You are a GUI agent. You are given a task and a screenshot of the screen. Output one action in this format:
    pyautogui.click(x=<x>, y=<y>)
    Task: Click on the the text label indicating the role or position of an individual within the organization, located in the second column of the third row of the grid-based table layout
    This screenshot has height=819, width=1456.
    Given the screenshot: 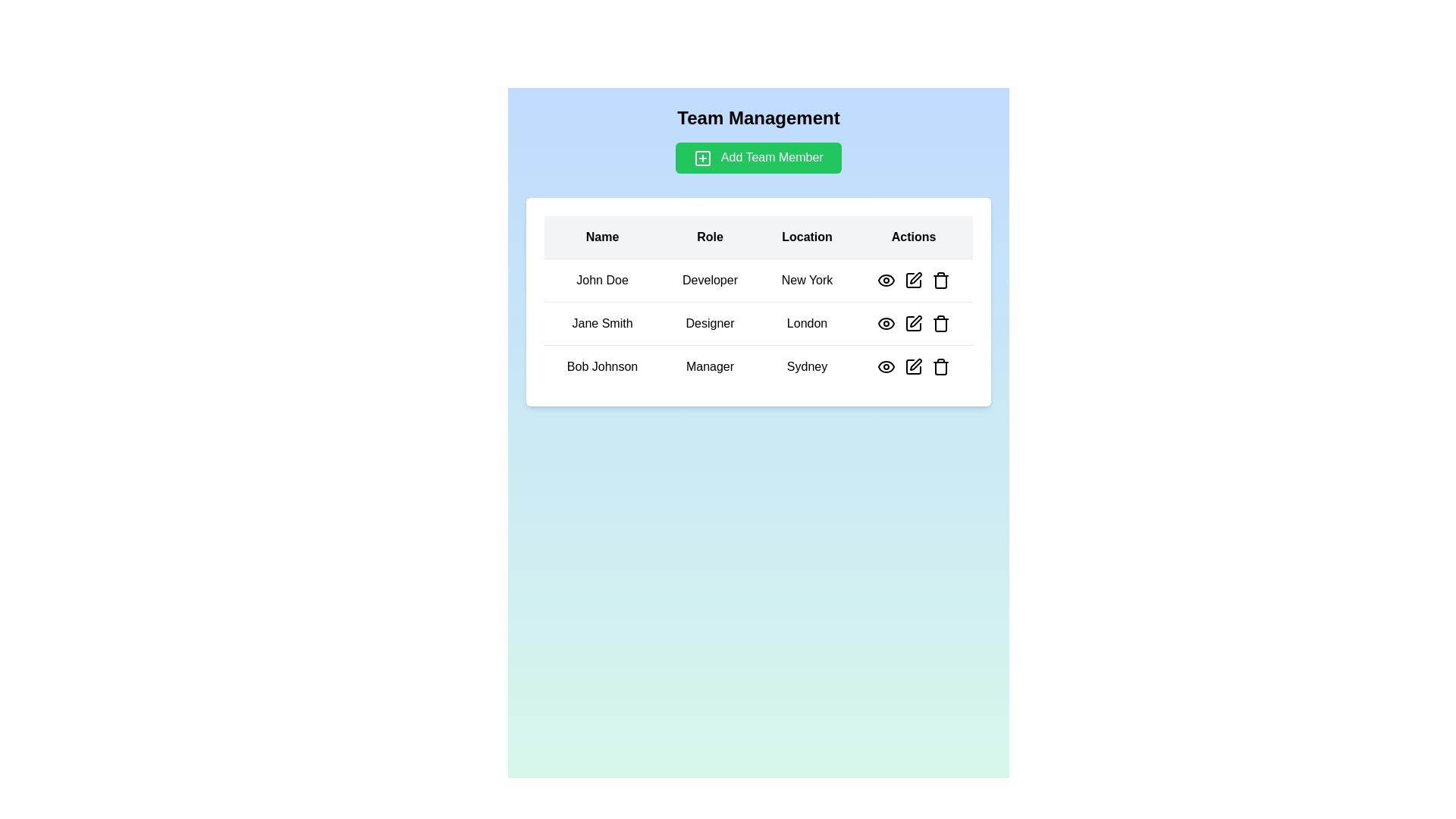 What is the action you would take?
    pyautogui.click(x=709, y=366)
    